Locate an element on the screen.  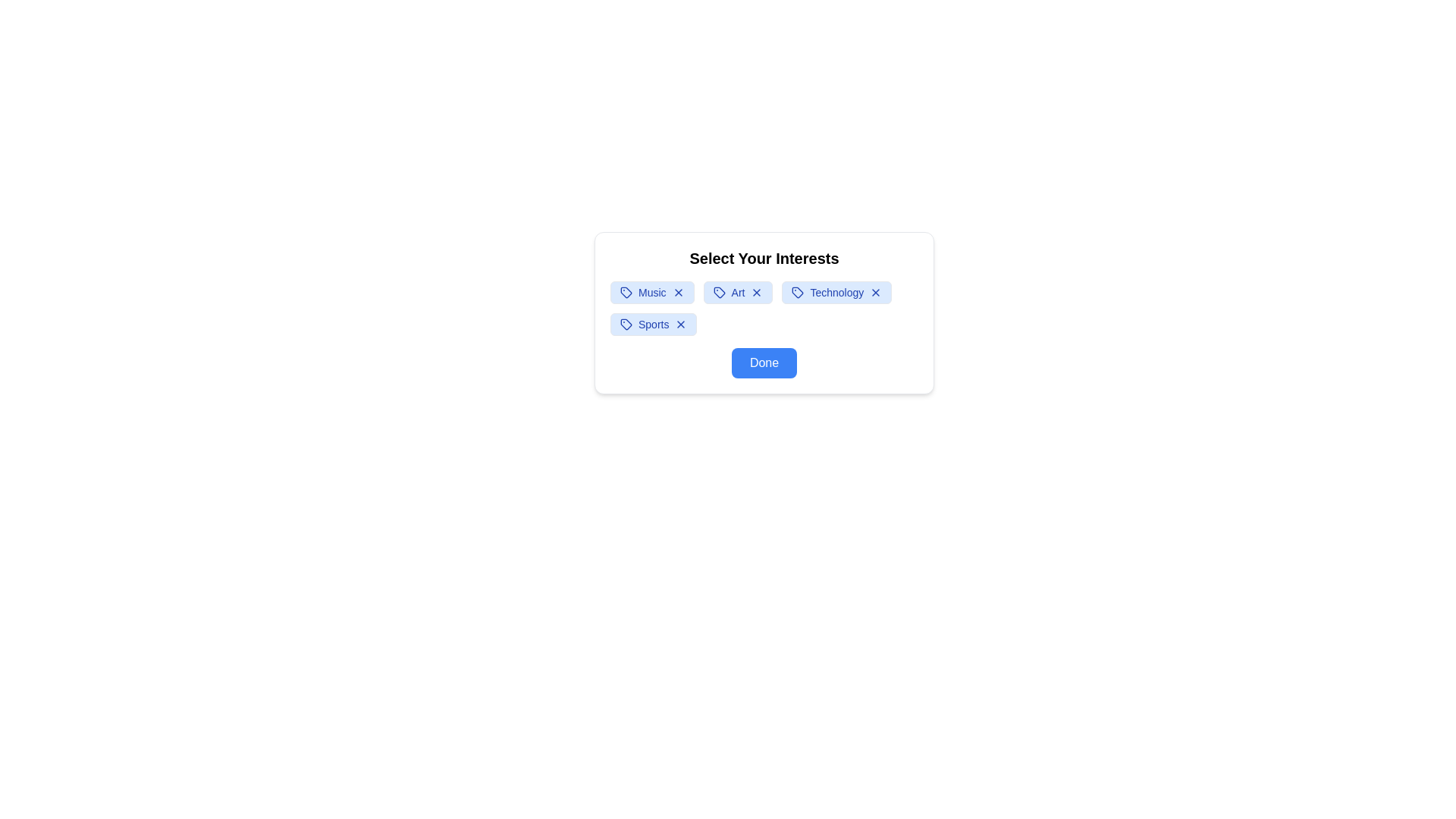
the text within the interest tag labeled 'Technology' to select it is located at coordinates (836, 292).